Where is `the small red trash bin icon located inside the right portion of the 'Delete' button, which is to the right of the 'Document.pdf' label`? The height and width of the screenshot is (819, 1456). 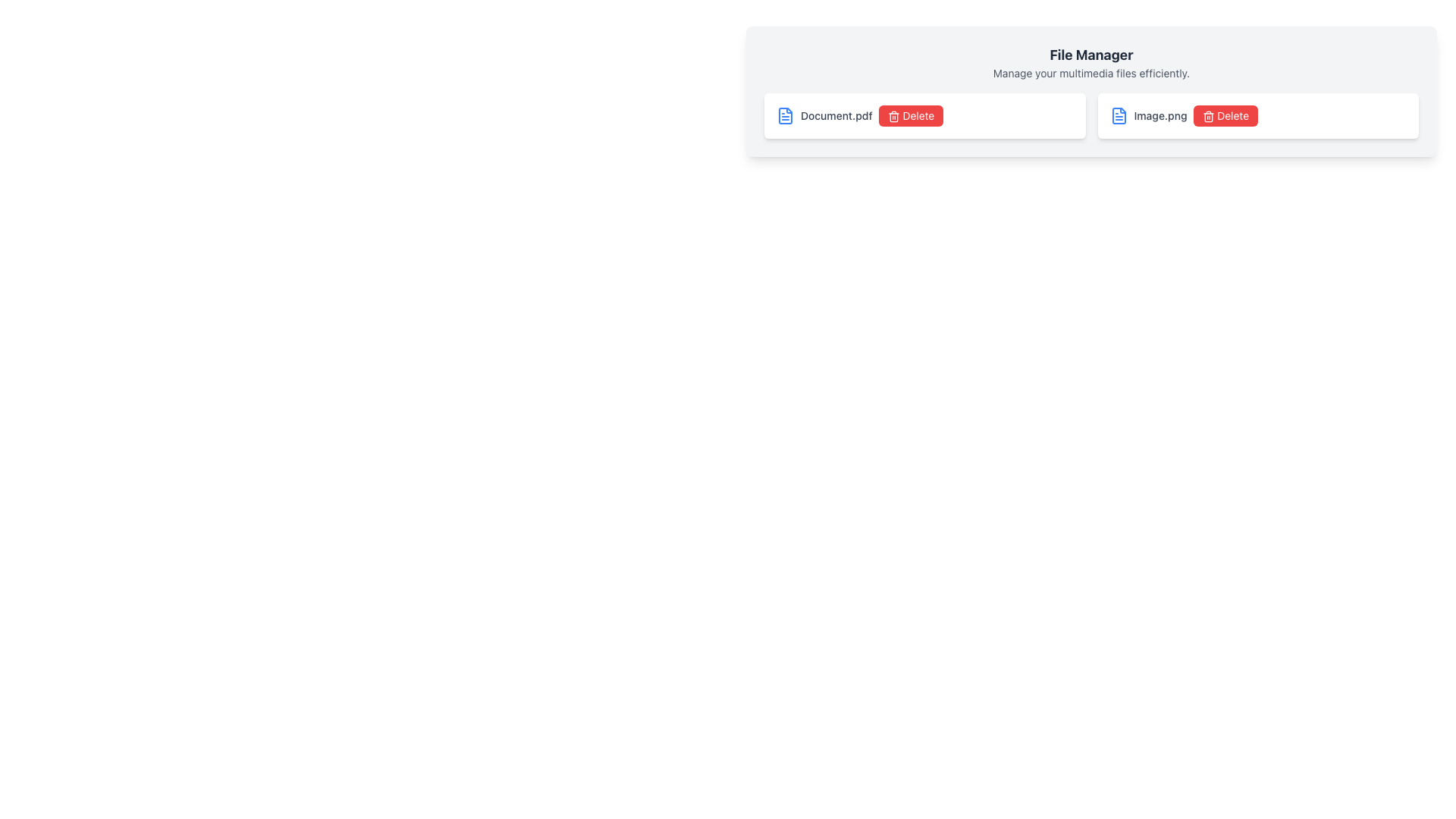 the small red trash bin icon located inside the right portion of the 'Delete' button, which is to the right of the 'Document.pdf' label is located at coordinates (893, 116).